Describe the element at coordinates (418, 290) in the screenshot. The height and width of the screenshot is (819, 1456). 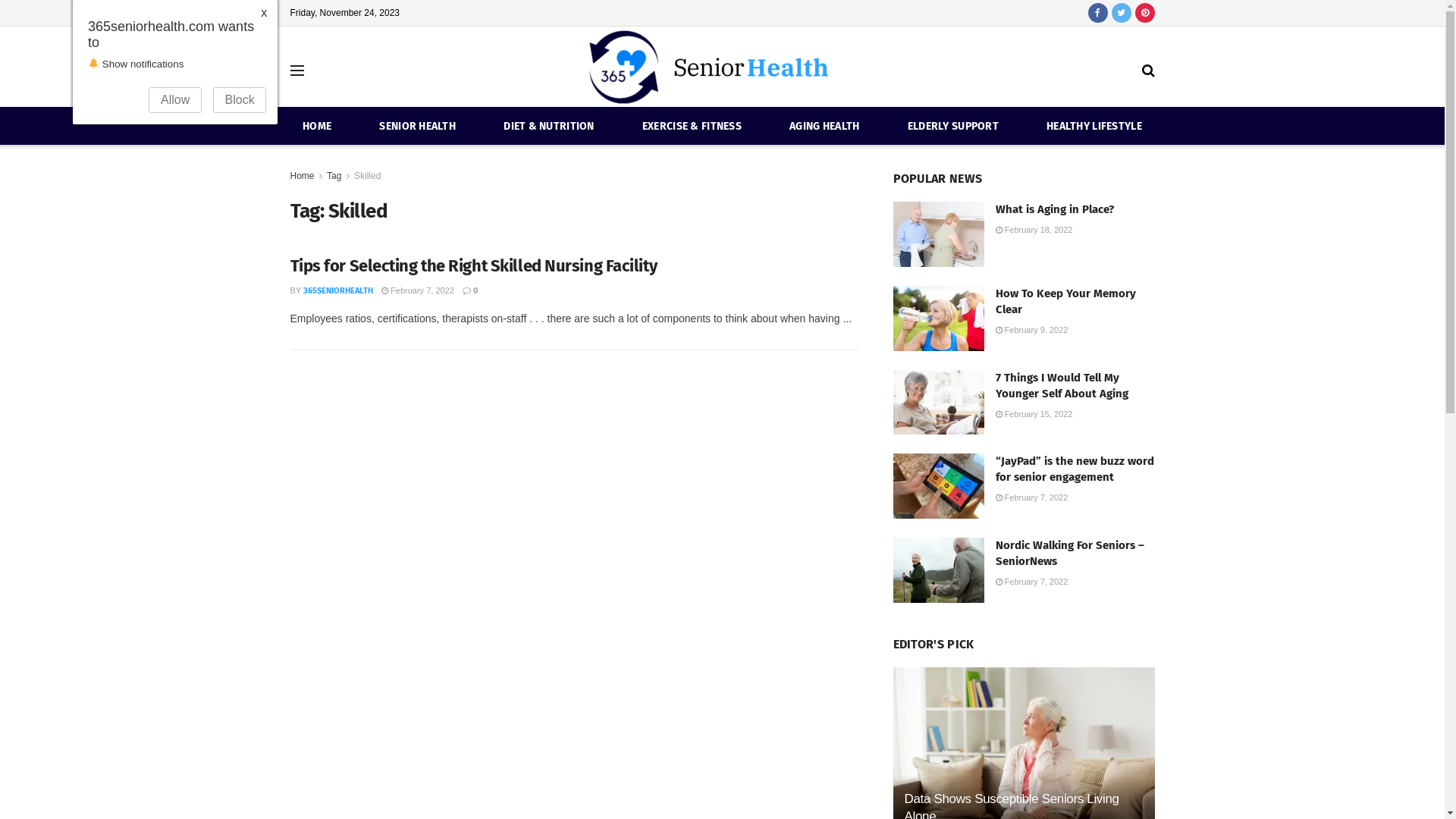
I see `'February 7, 2022'` at that location.